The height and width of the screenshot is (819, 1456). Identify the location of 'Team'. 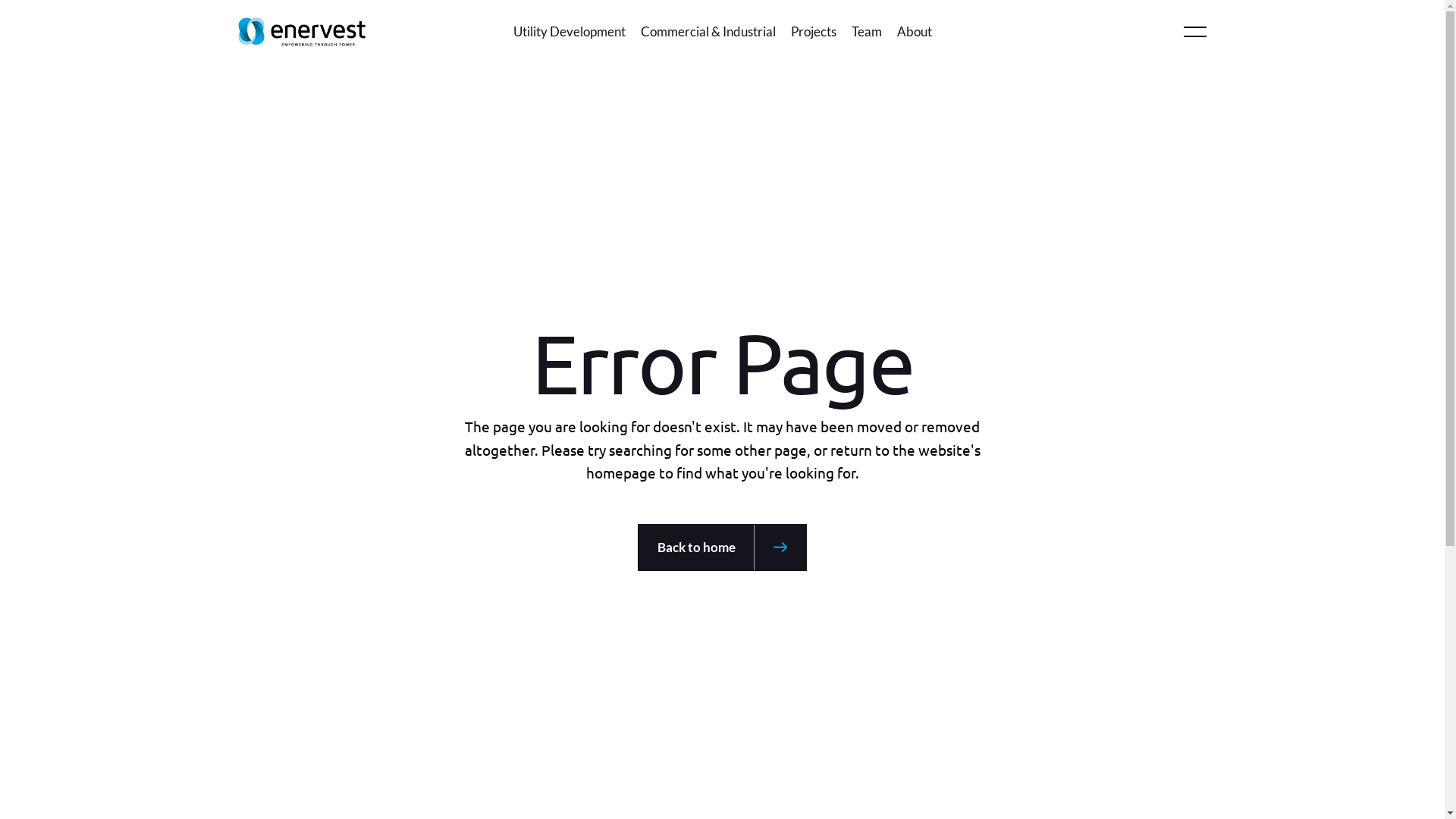
(866, 32).